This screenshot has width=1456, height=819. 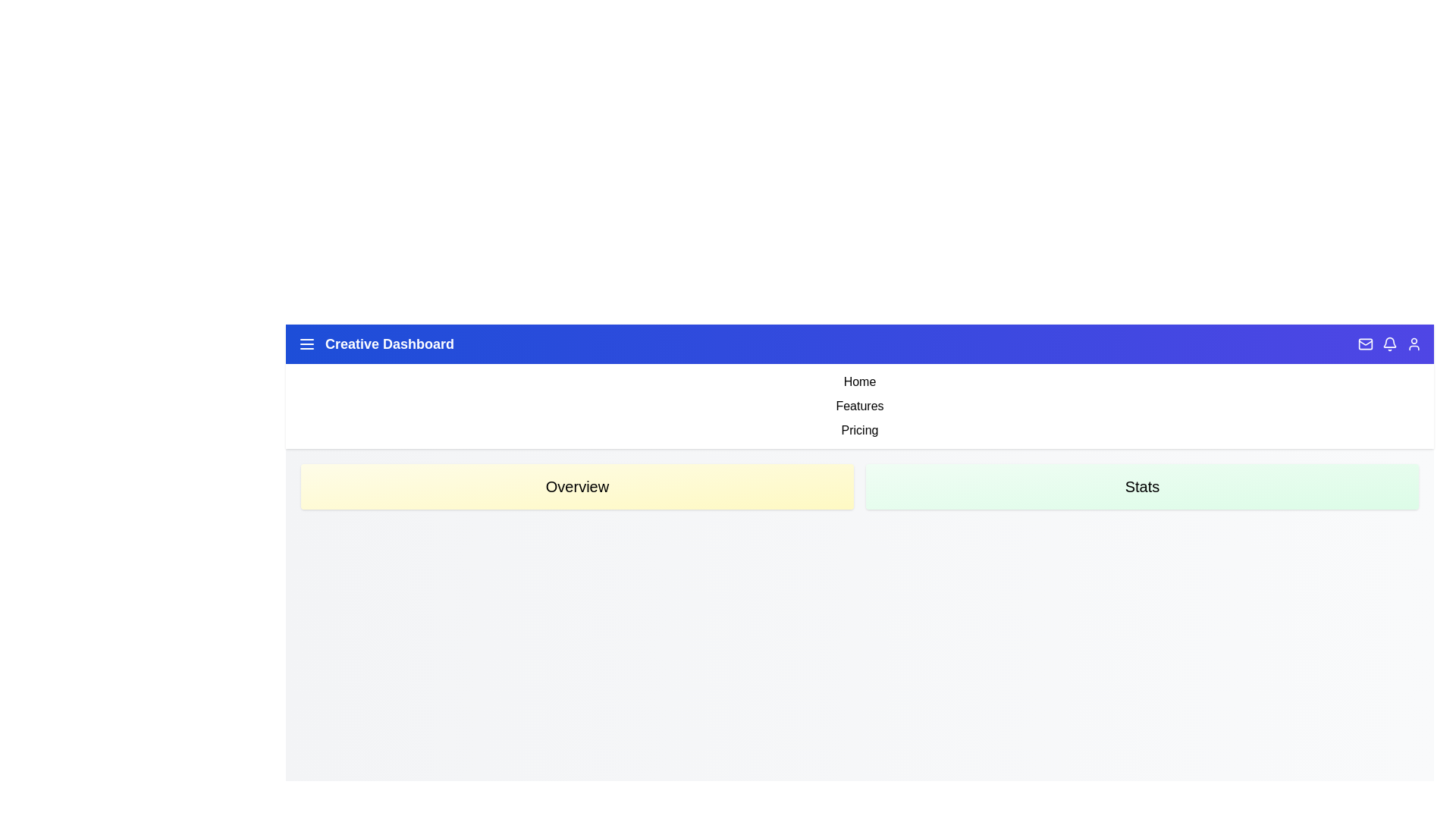 What do you see at coordinates (1390, 344) in the screenshot?
I see `the Bell icon in the header` at bounding box center [1390, 344].